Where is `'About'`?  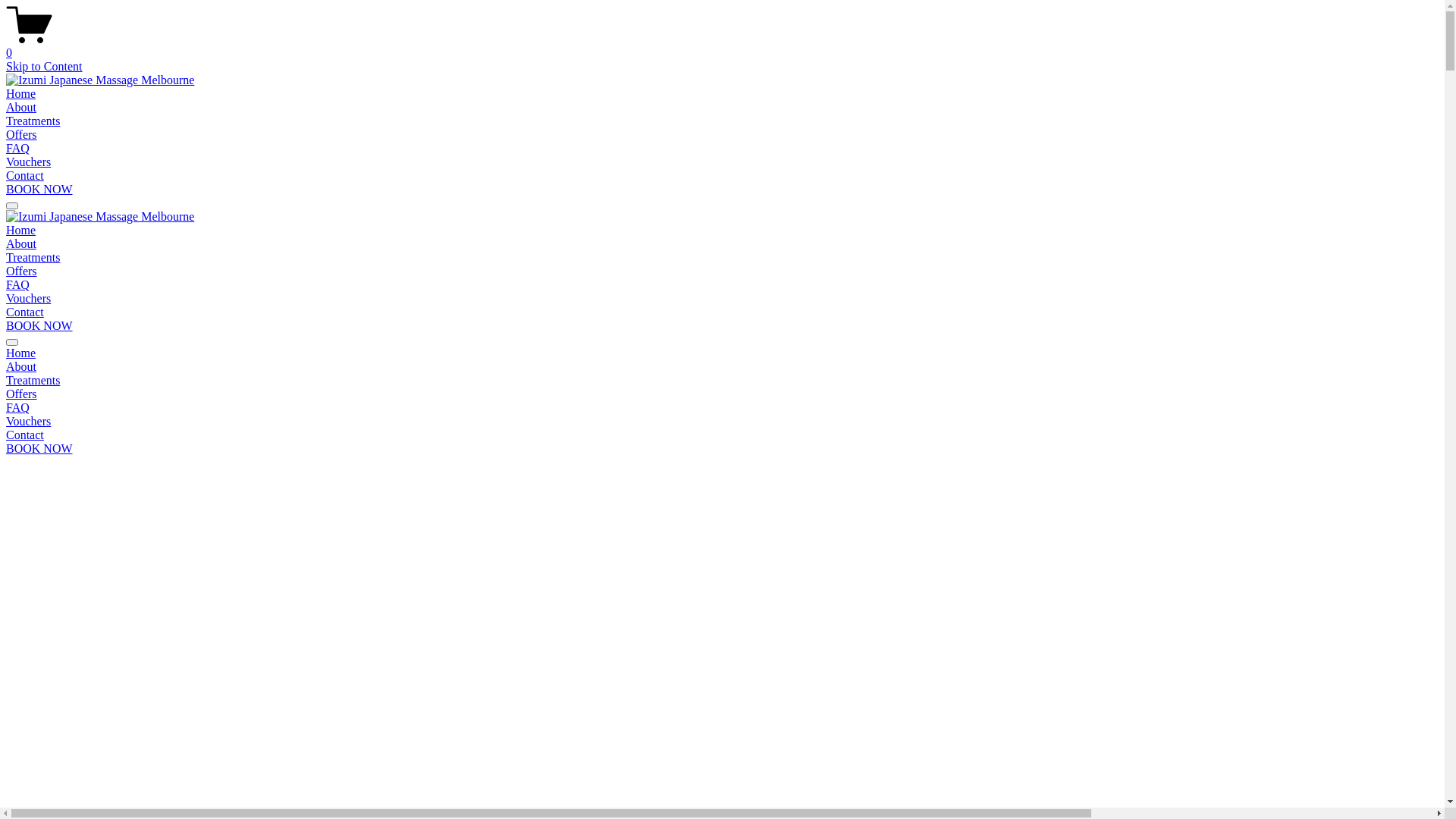
'About' is located at coordinates (21, 106).